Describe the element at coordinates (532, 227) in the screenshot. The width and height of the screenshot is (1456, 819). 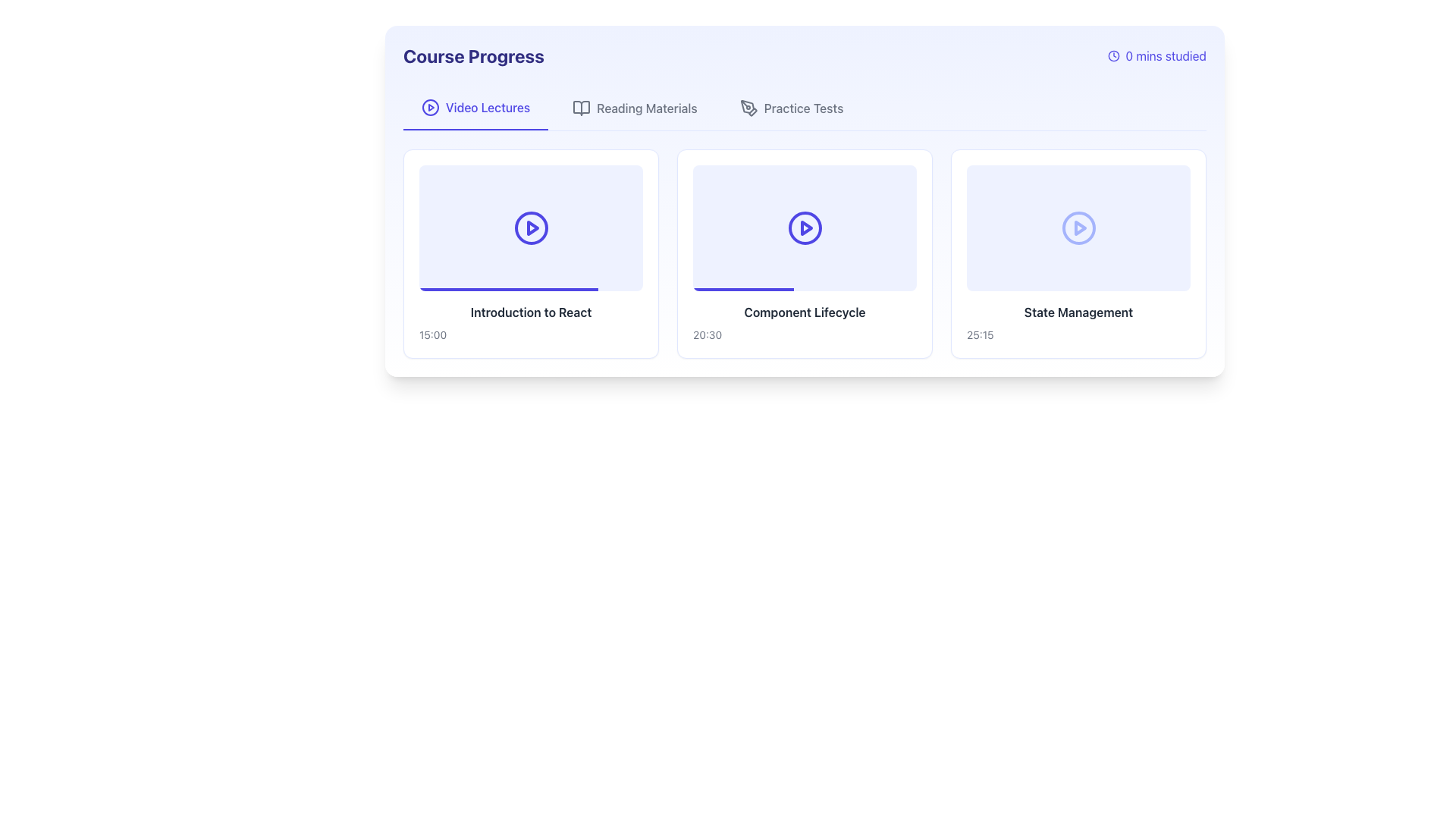
I see `the play triangle icon located within the circular play button in the first card labeled 'Introduction to React' to play the video` at that location.